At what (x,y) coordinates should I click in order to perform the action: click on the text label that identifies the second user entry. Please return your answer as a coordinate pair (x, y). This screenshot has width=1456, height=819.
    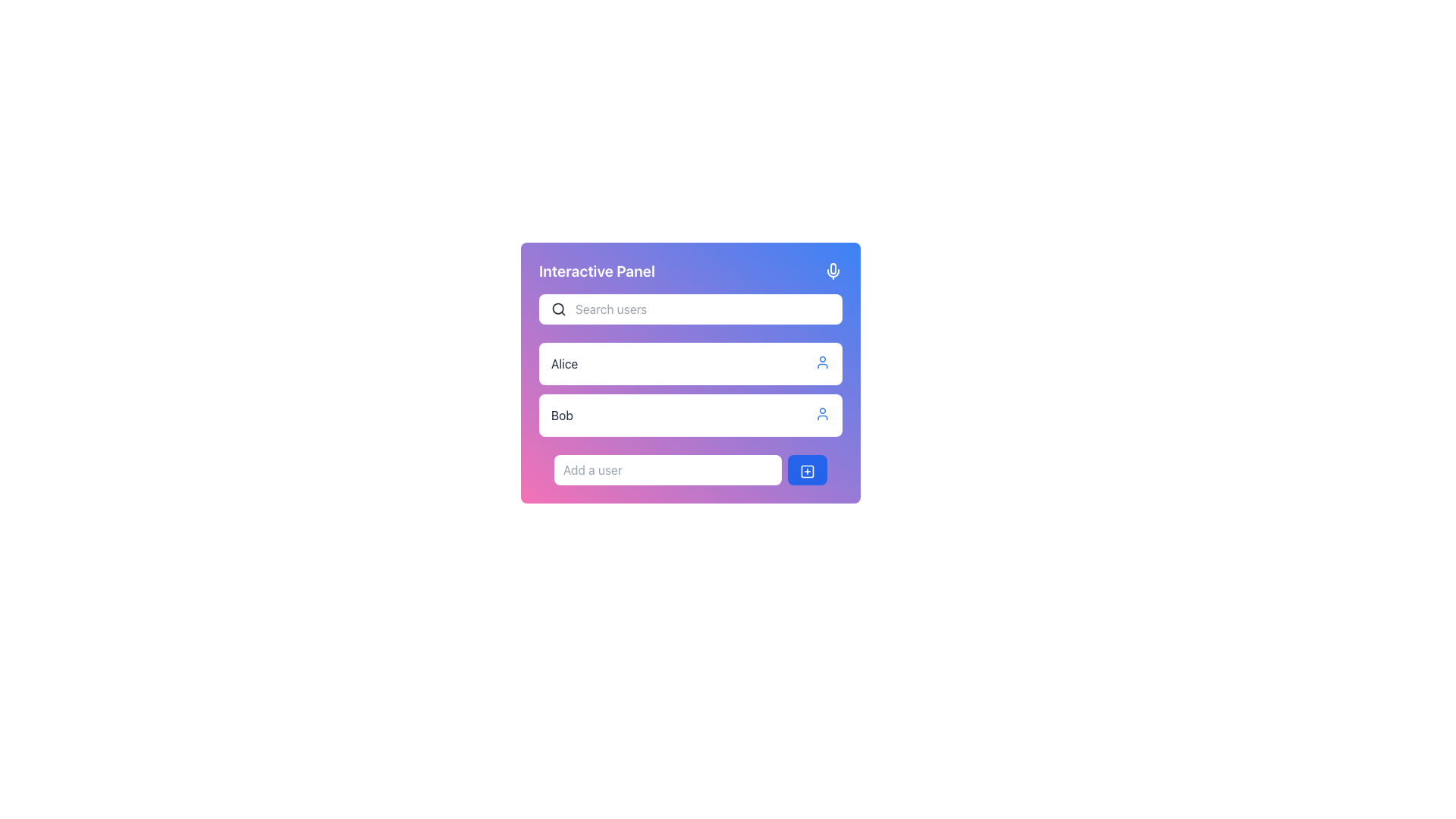
    Looking at the image, I should click on (561, 415).